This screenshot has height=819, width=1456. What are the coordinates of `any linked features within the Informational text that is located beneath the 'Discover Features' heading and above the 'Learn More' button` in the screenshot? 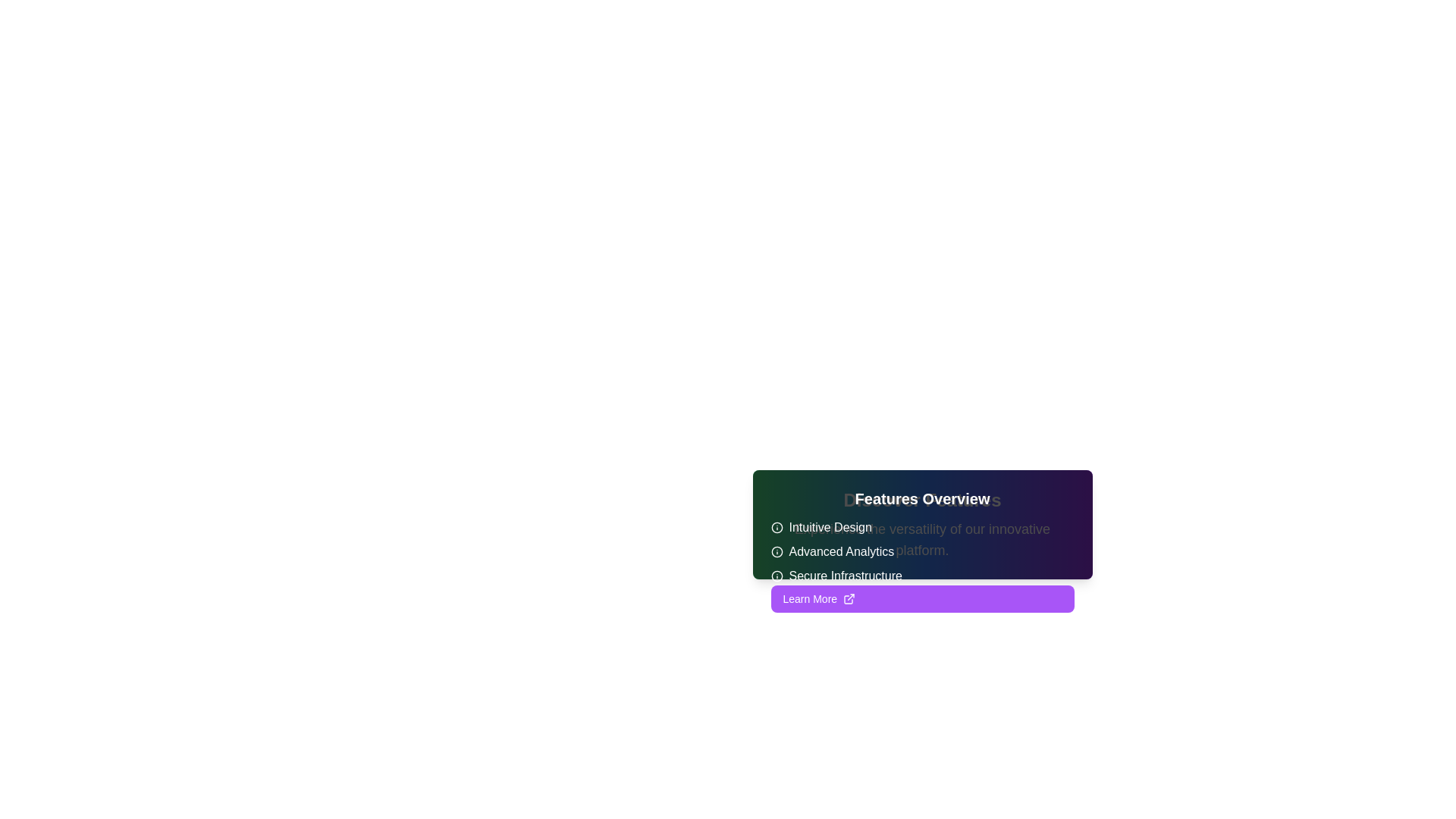 It's located at (921, 536).